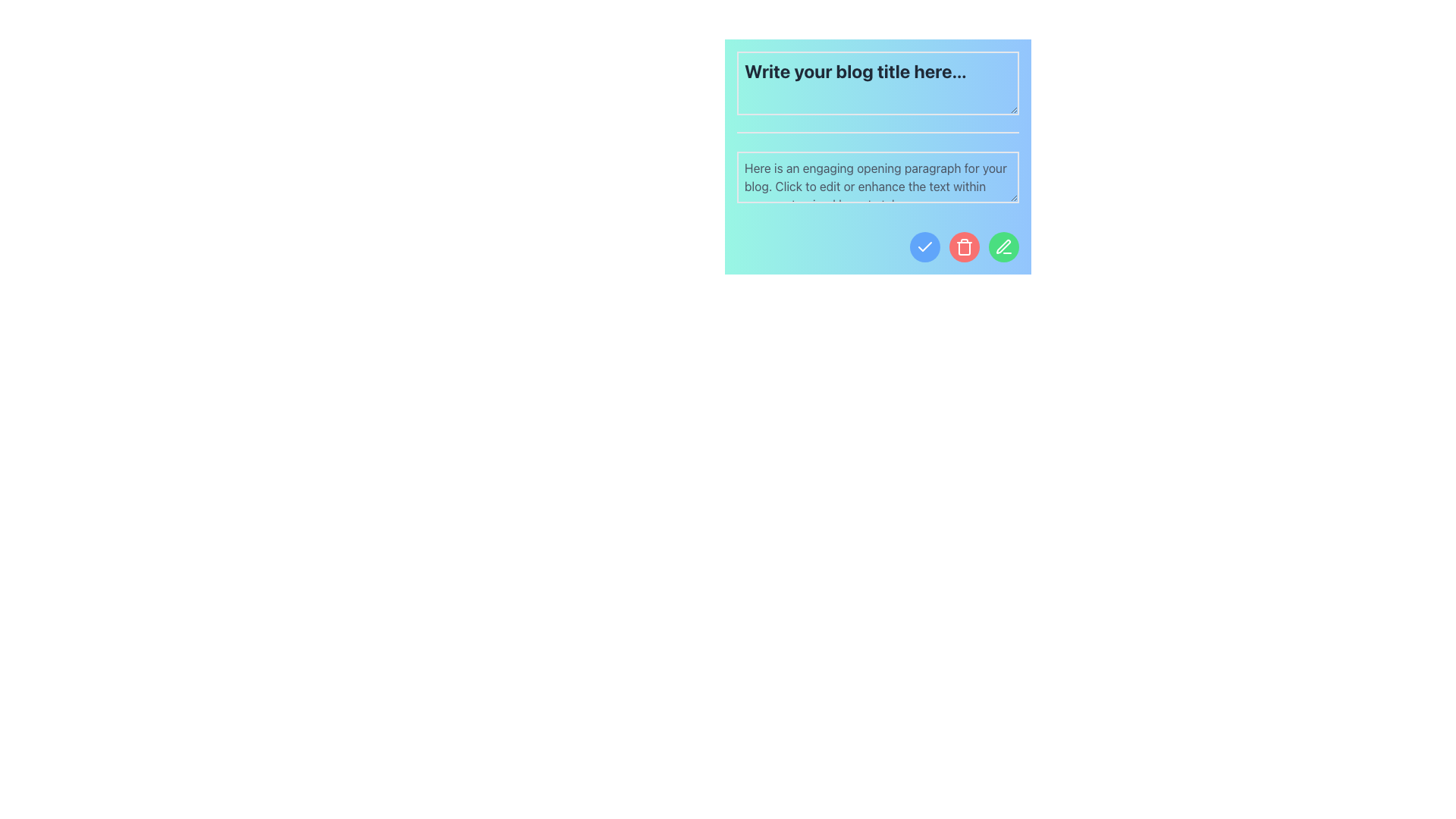 The image size is (1456, 819). What do you see at coordinates (924, 245) in the screenshot?
I see `the checkmark icon, which is a minimalistic white 'V' shape on a blue background located as the third button from the left in a circular button group at the bottom-right section of a blue card, to confirm an action` at bounding box center [924, 245].